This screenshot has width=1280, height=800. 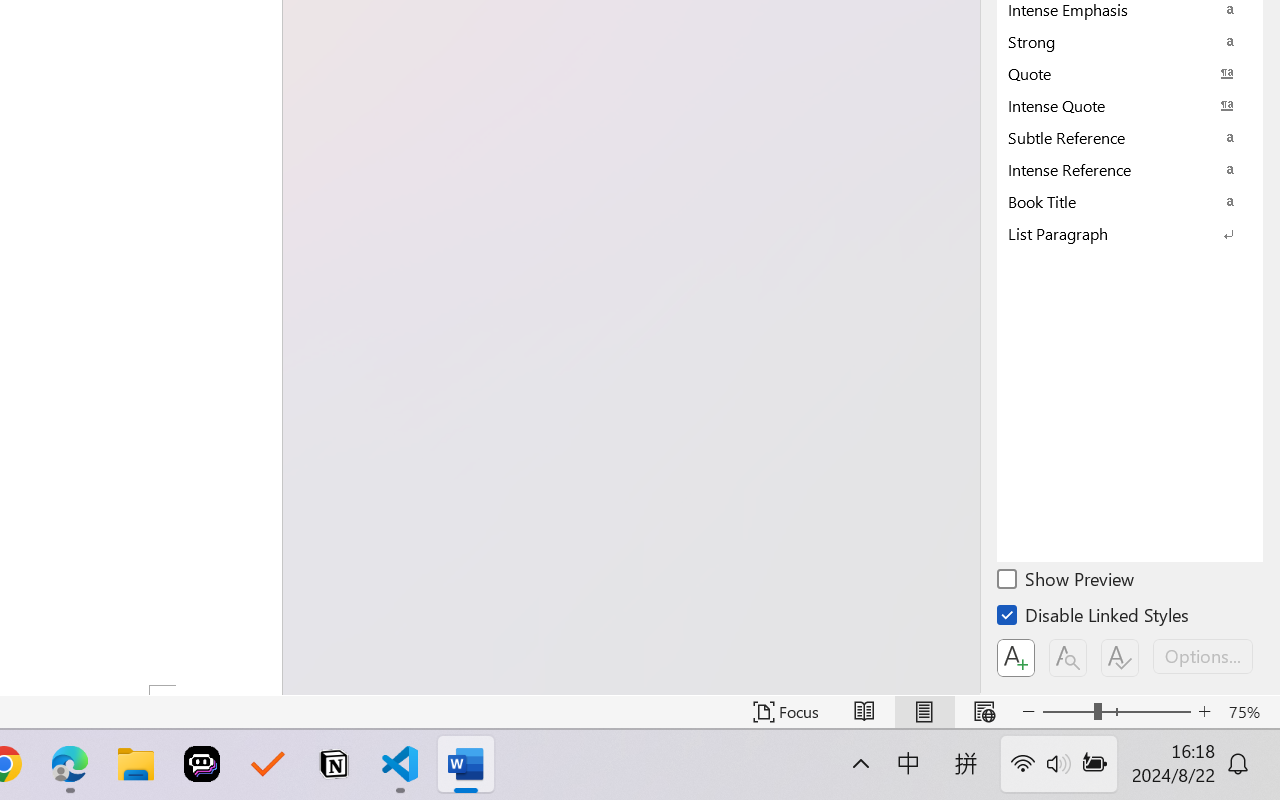 I want to click on 'Options...', so click(x=1202, y=655).